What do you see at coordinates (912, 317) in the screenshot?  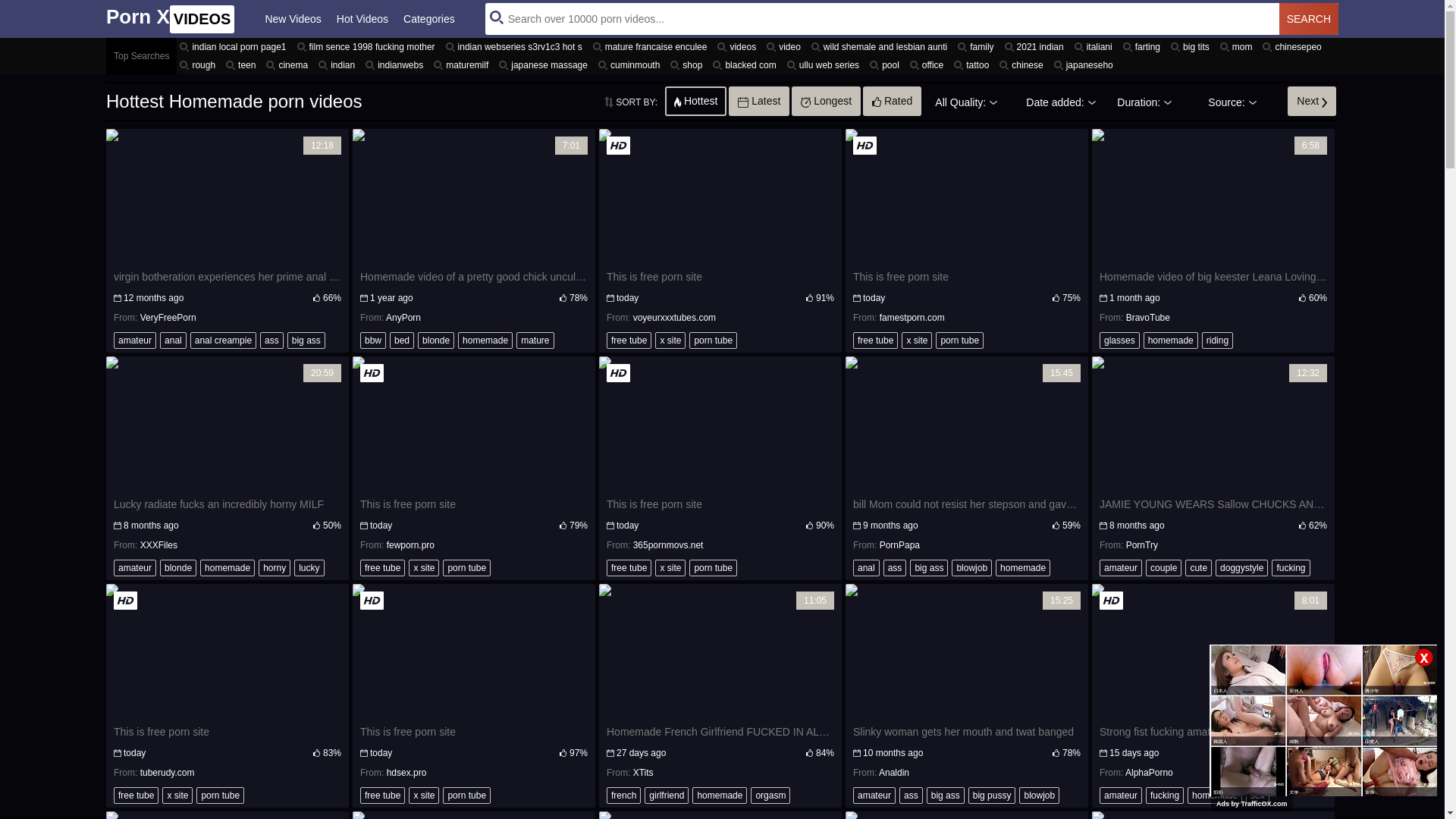 I see `'famestporn.com'` at bounding box center [912, 317].